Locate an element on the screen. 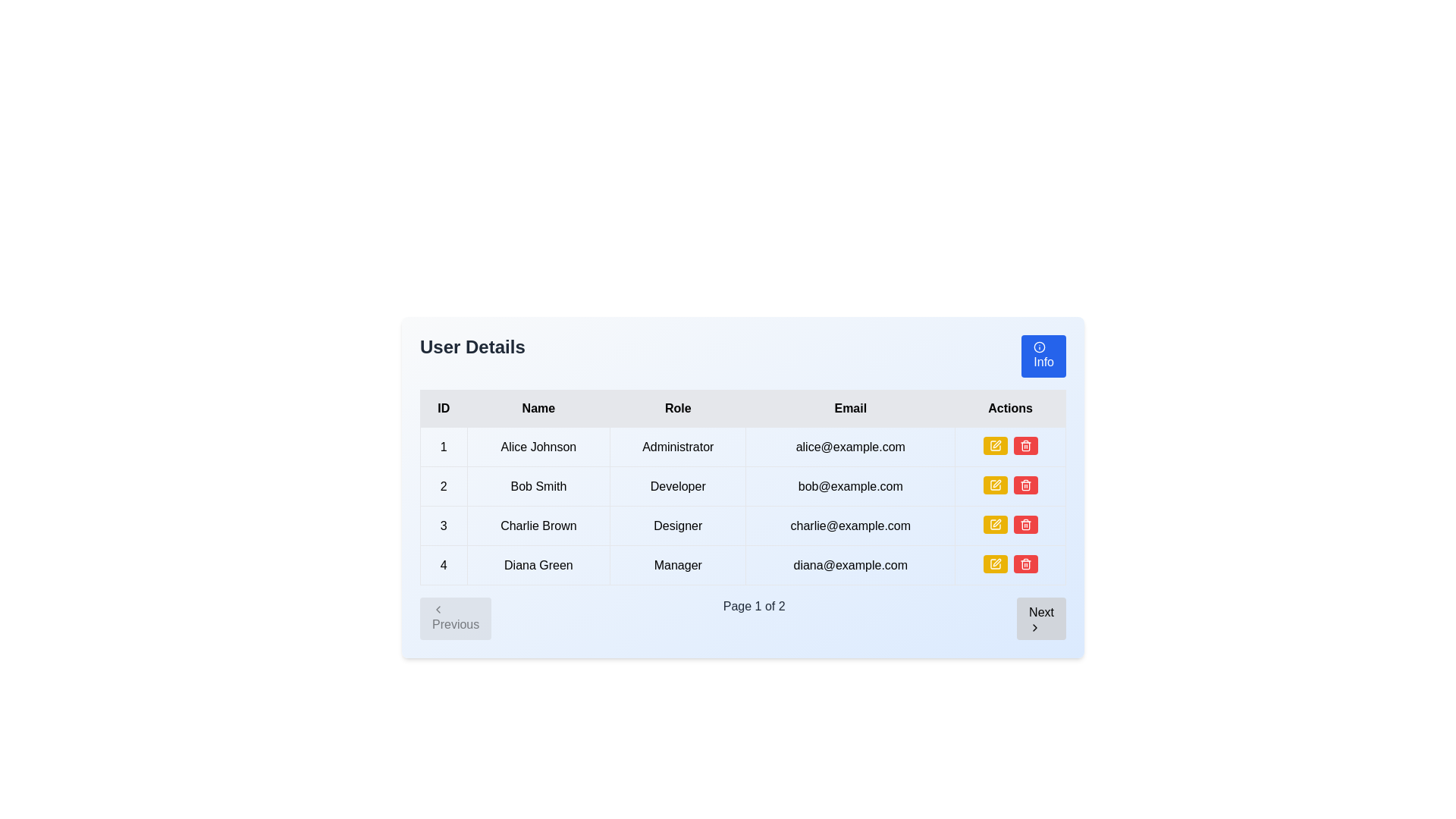 This screenshot has width=1456, height=819. the 'Name' field displaying 'Diana Green' located in the fourth row, second column of the user details table is located at coordinates (538, 565).